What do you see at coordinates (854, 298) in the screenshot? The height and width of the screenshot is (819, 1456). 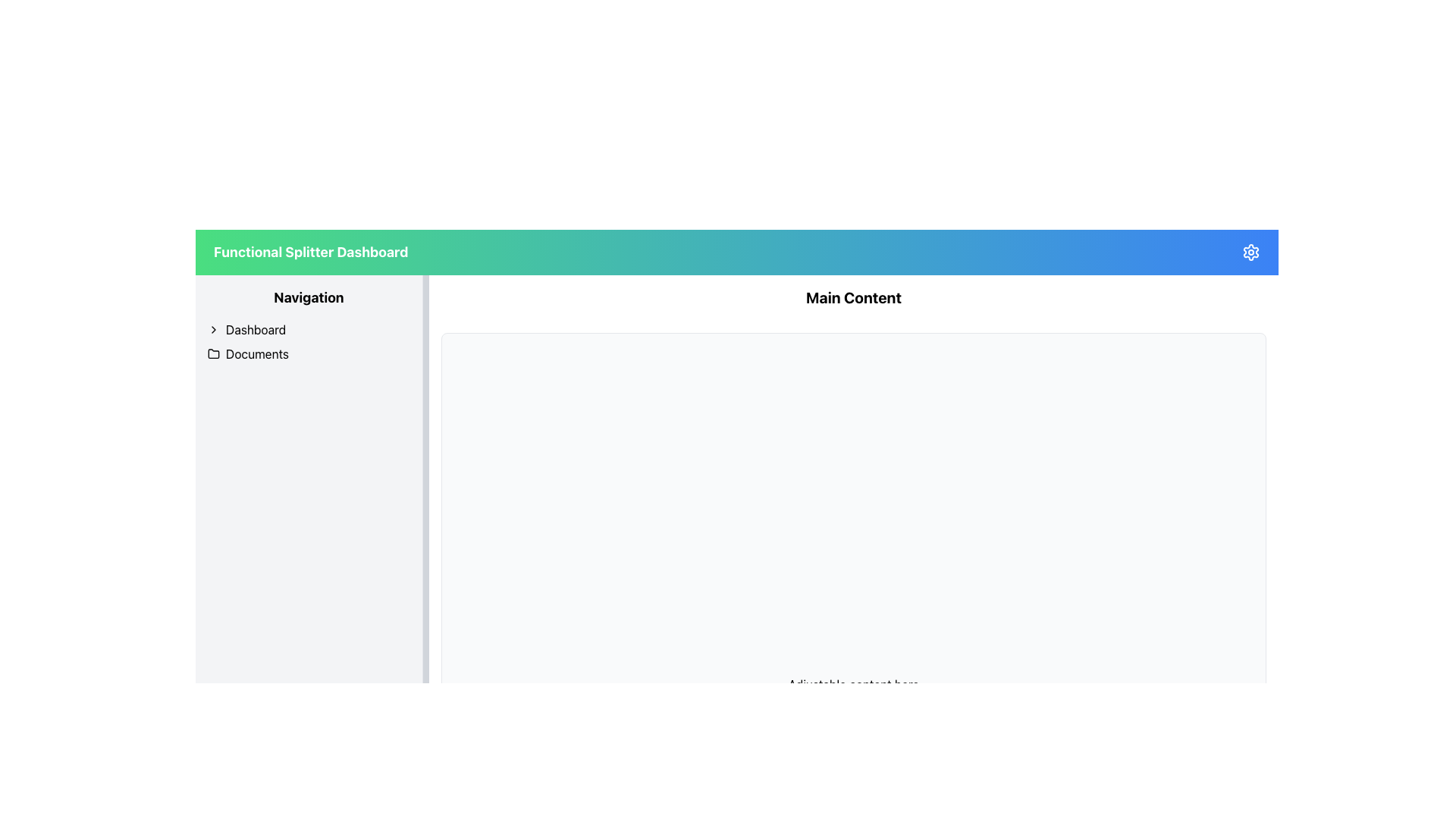 I see `text from the title or header Text Label that is centrally positioned below the top navigation bar` at bounding box center [854, 298].